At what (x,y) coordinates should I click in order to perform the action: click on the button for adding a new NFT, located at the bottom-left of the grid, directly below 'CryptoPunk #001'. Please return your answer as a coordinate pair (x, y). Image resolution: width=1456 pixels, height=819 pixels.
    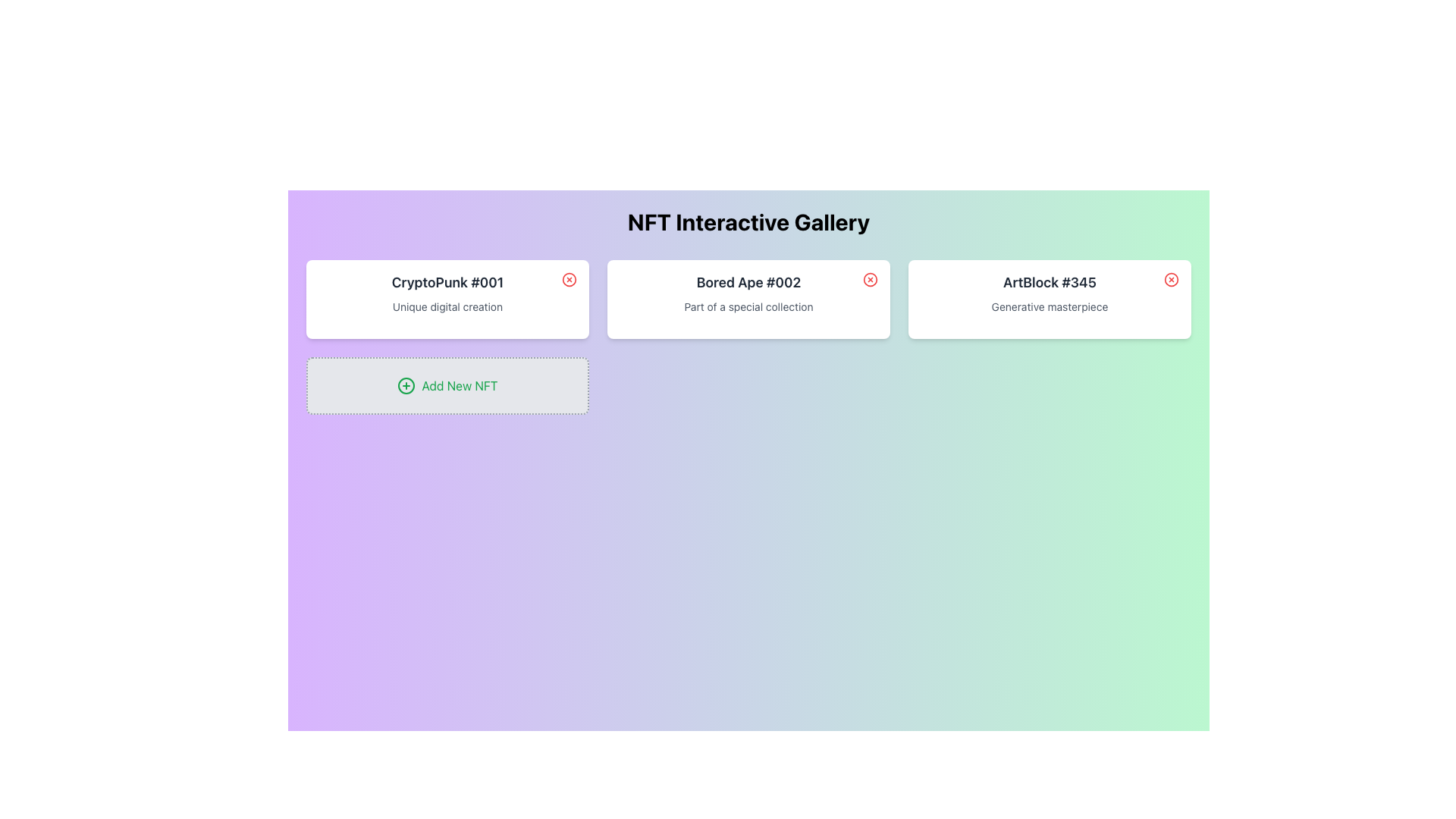
    Looking at the image, I should click on (447, 385).